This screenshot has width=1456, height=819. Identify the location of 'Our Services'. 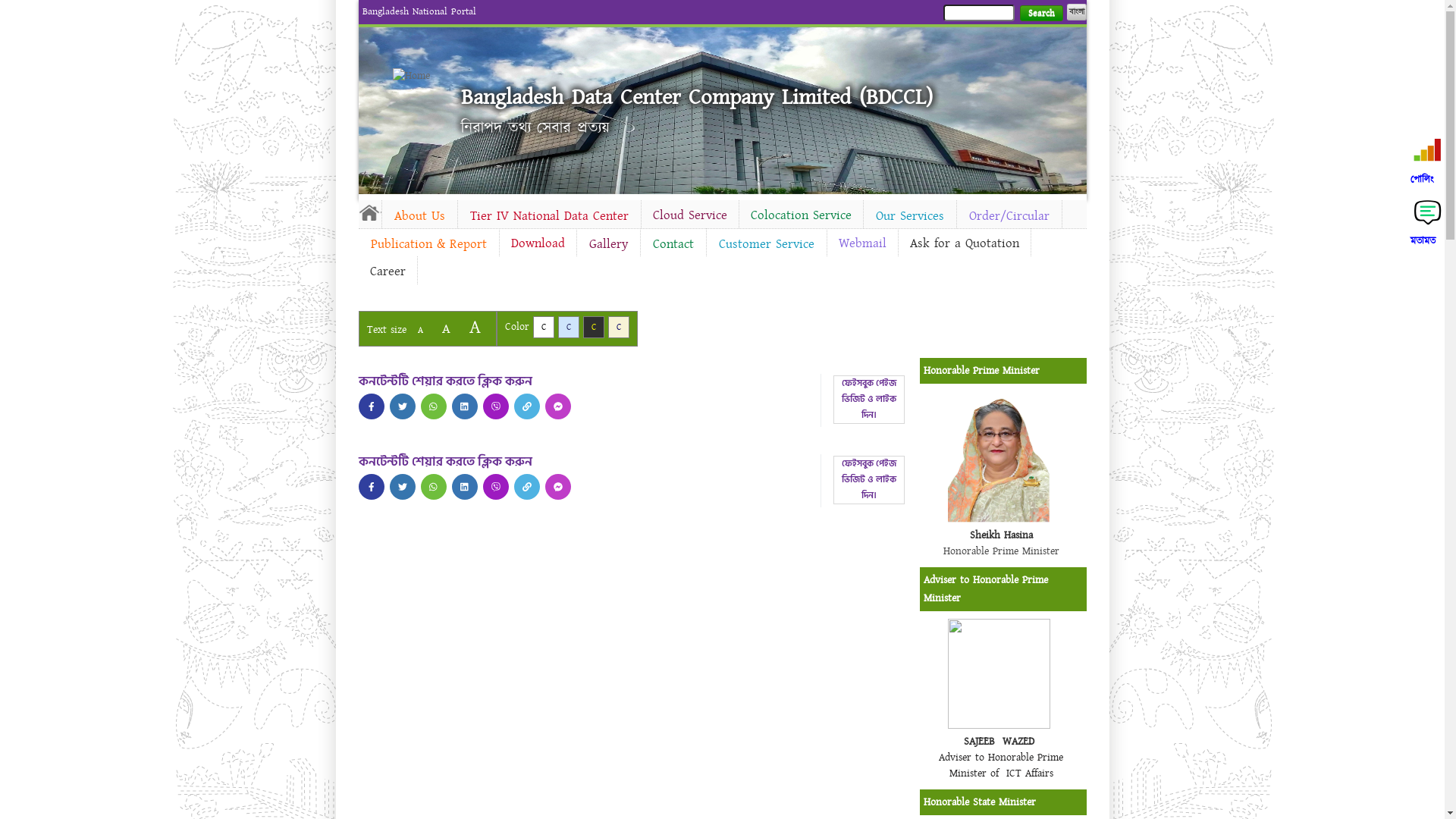
(862, 216).